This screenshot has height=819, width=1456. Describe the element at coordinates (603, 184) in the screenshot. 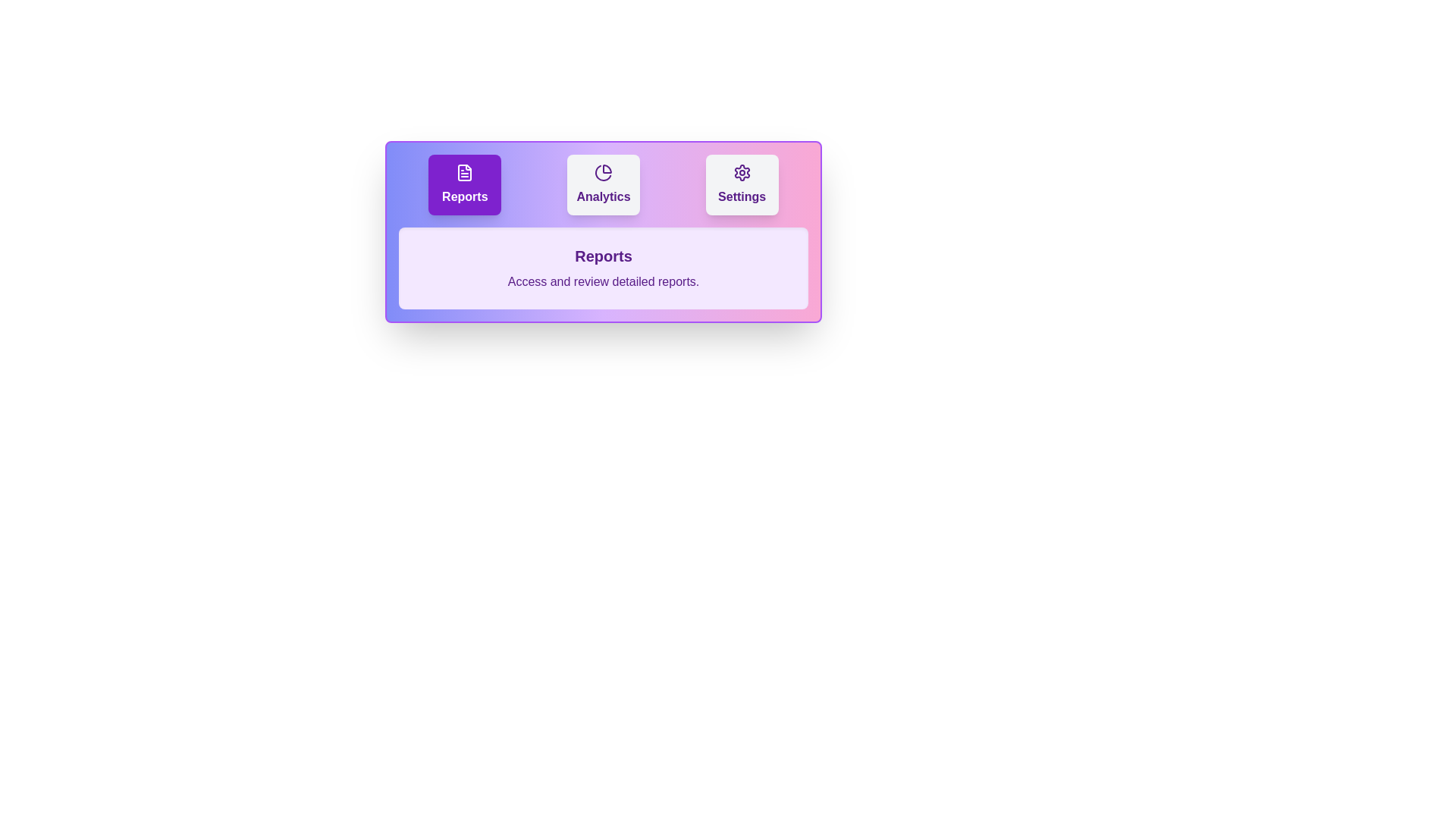

I see `the button labeled 'Analytics' to observe its hover effect` at that location.